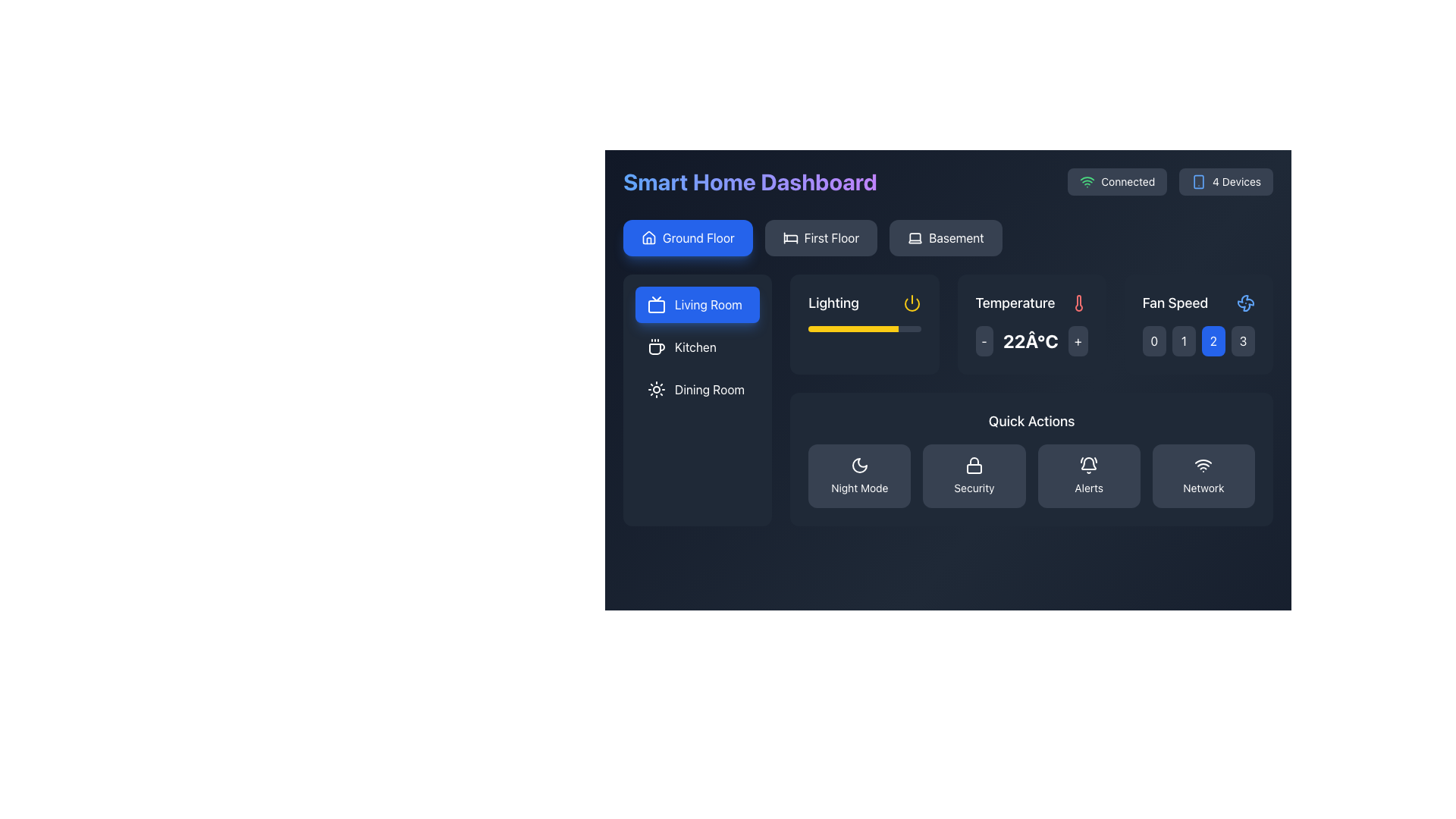  I want to click on the 'Ground Floor' navigation button located in the top left portion of the interface, so click(687, 237).